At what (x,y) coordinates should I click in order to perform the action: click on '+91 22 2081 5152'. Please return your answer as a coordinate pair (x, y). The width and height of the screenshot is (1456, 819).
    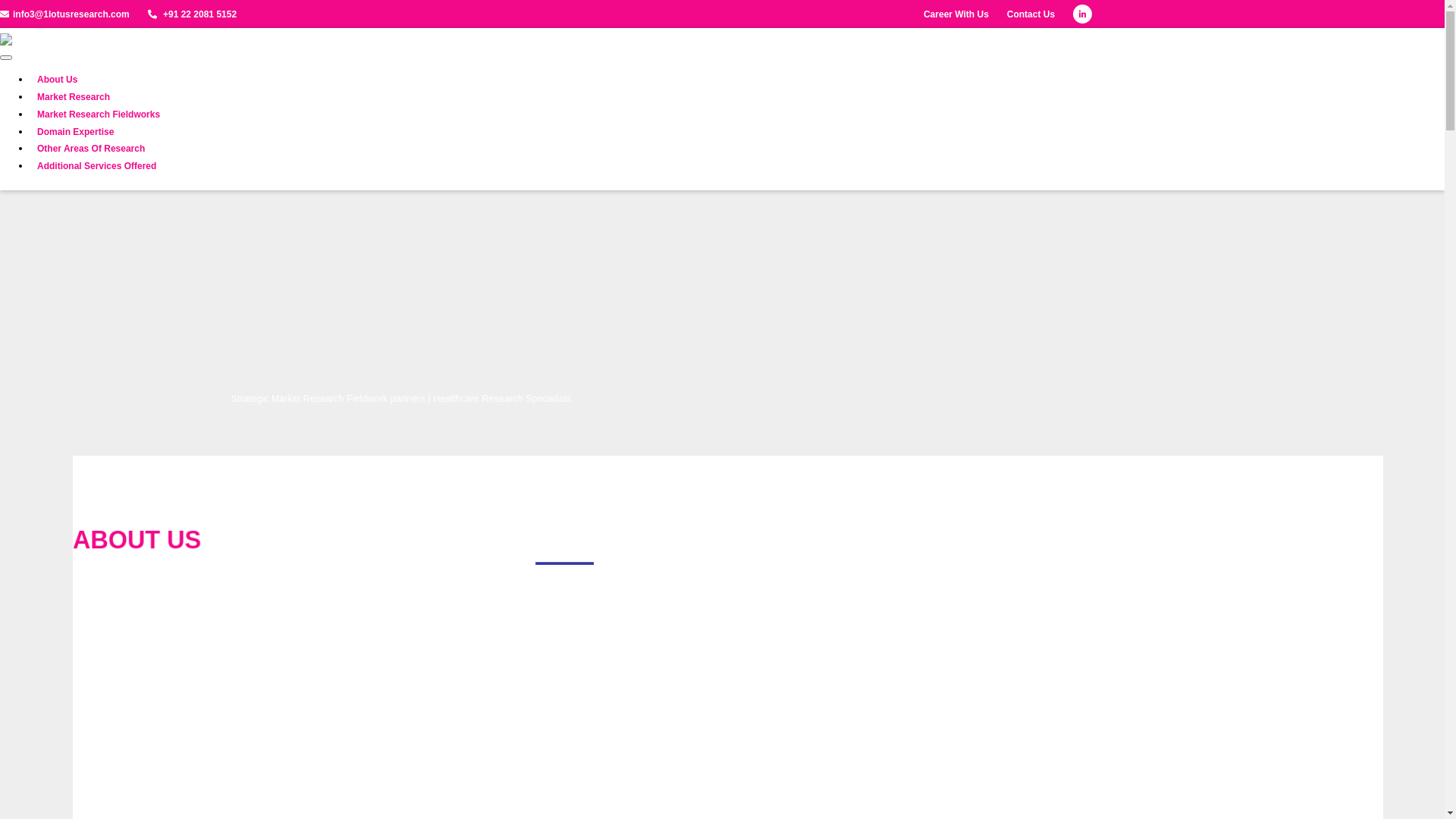
    Looking at the image, I should click on (148, 14).